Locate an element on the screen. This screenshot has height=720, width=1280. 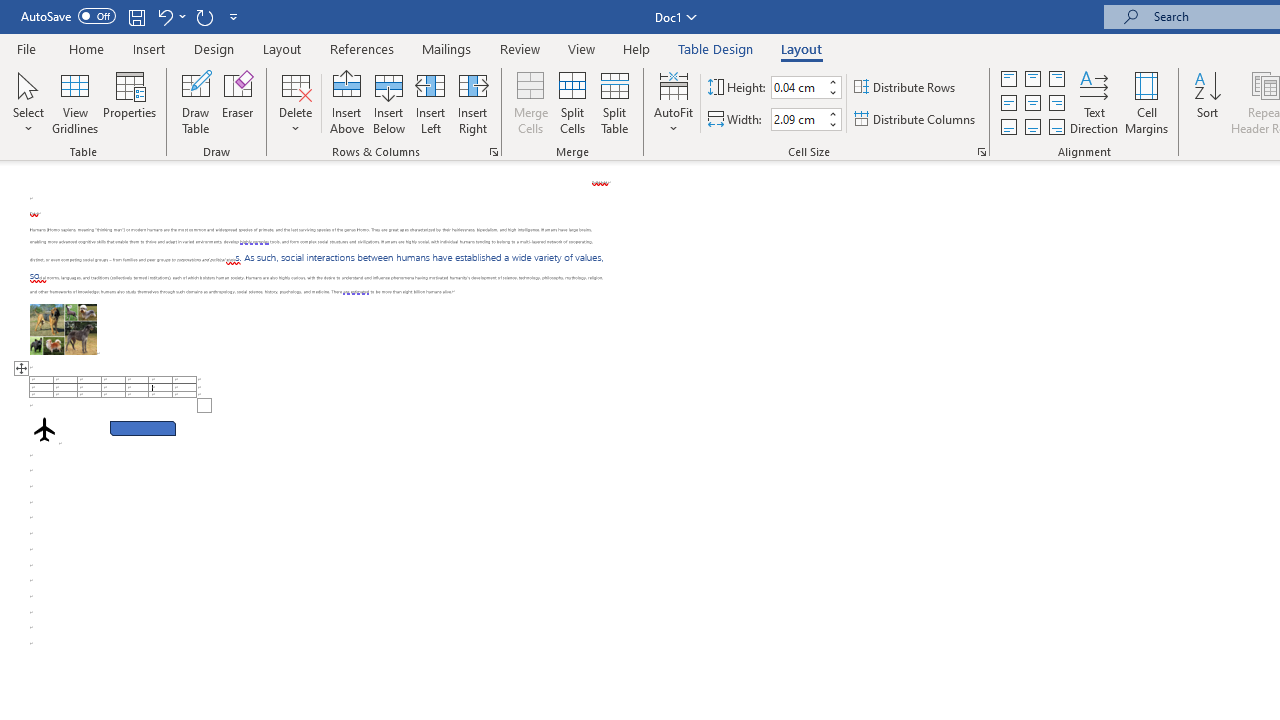
'Distribute Rows' is located at coordinates (905, 86).